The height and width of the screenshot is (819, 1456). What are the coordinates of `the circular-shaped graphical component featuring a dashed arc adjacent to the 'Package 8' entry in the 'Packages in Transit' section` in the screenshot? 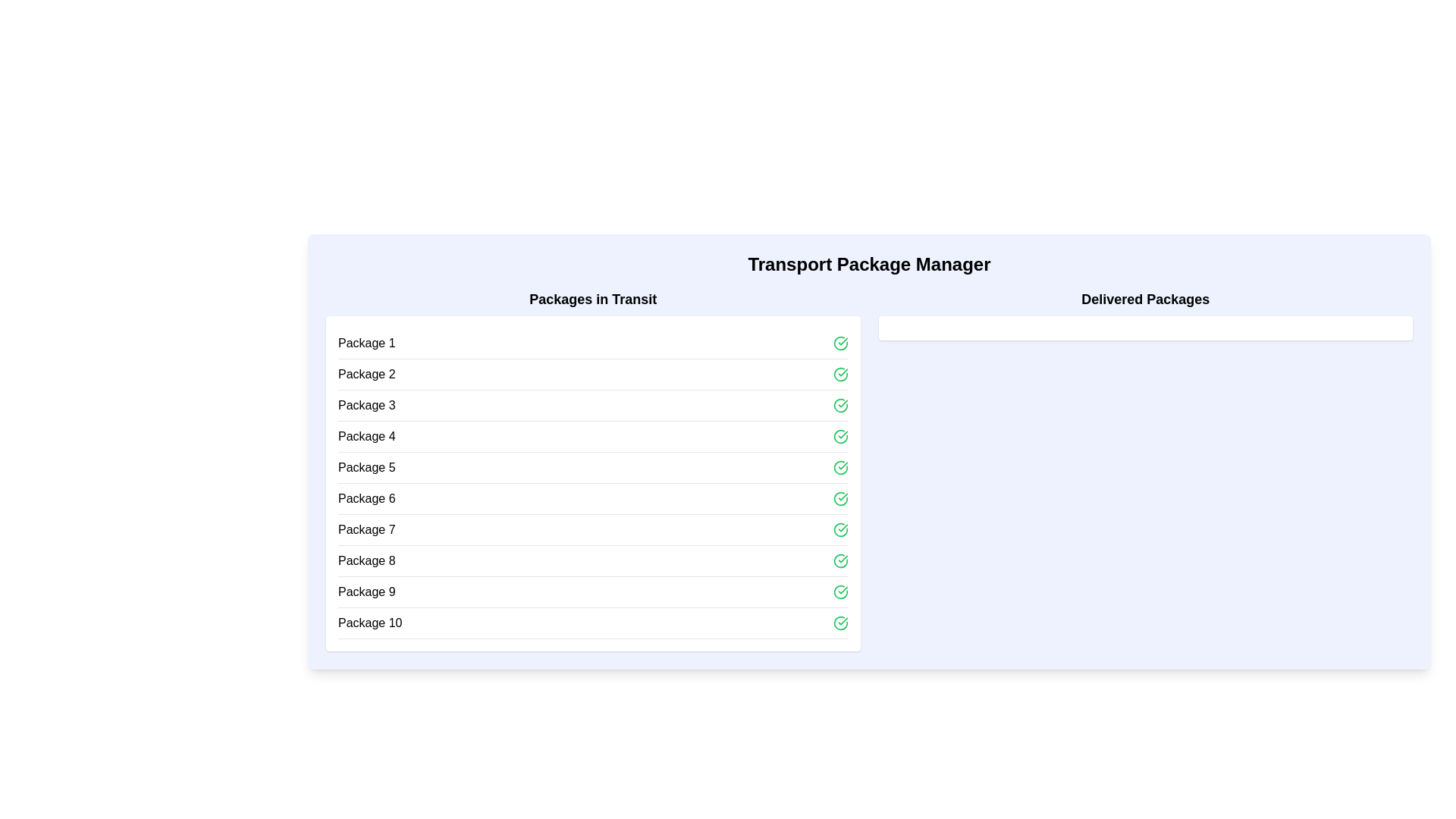 It's located at (839, 499).